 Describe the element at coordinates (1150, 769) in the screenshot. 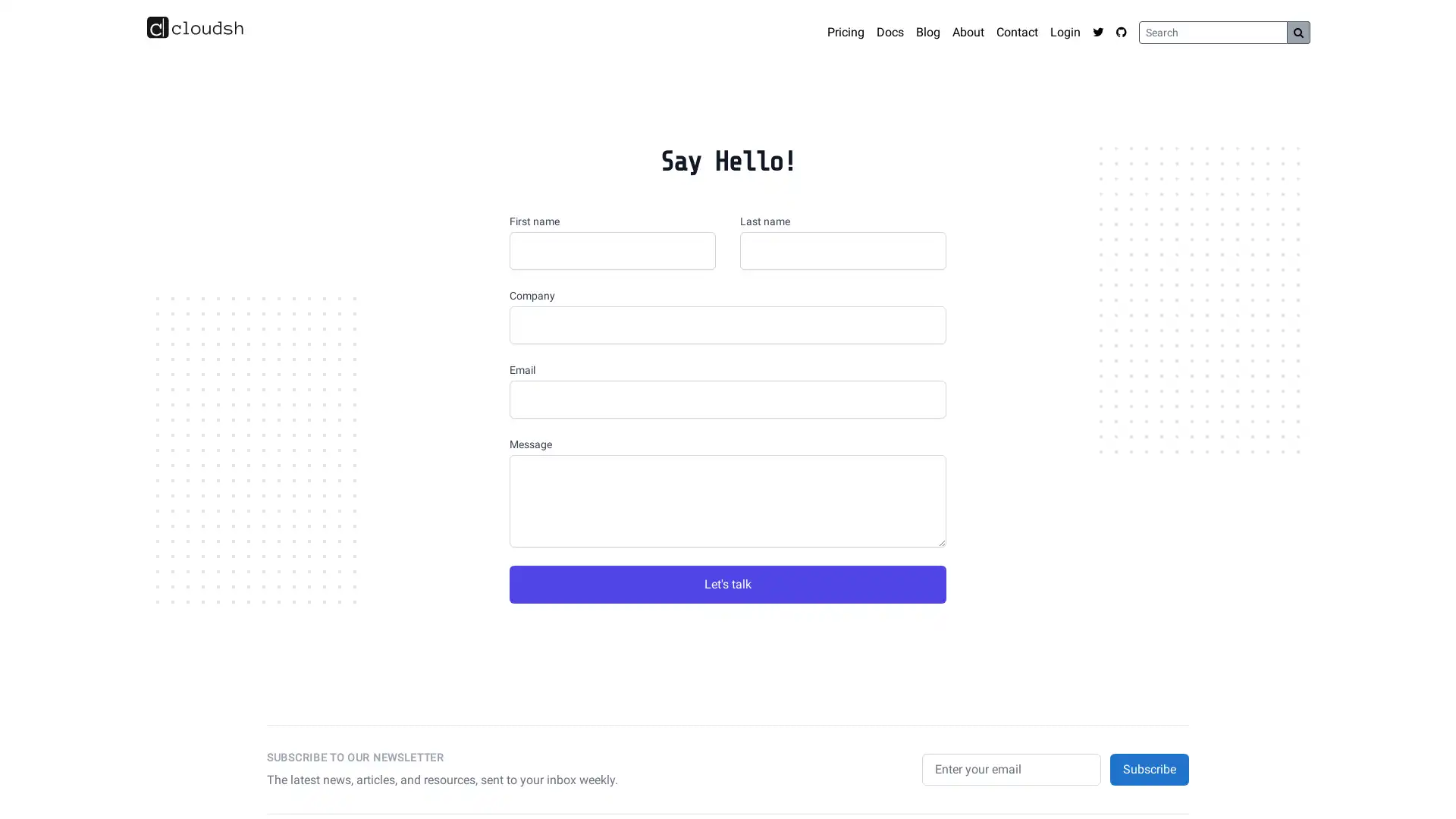

I see `Subscribe` at that location.